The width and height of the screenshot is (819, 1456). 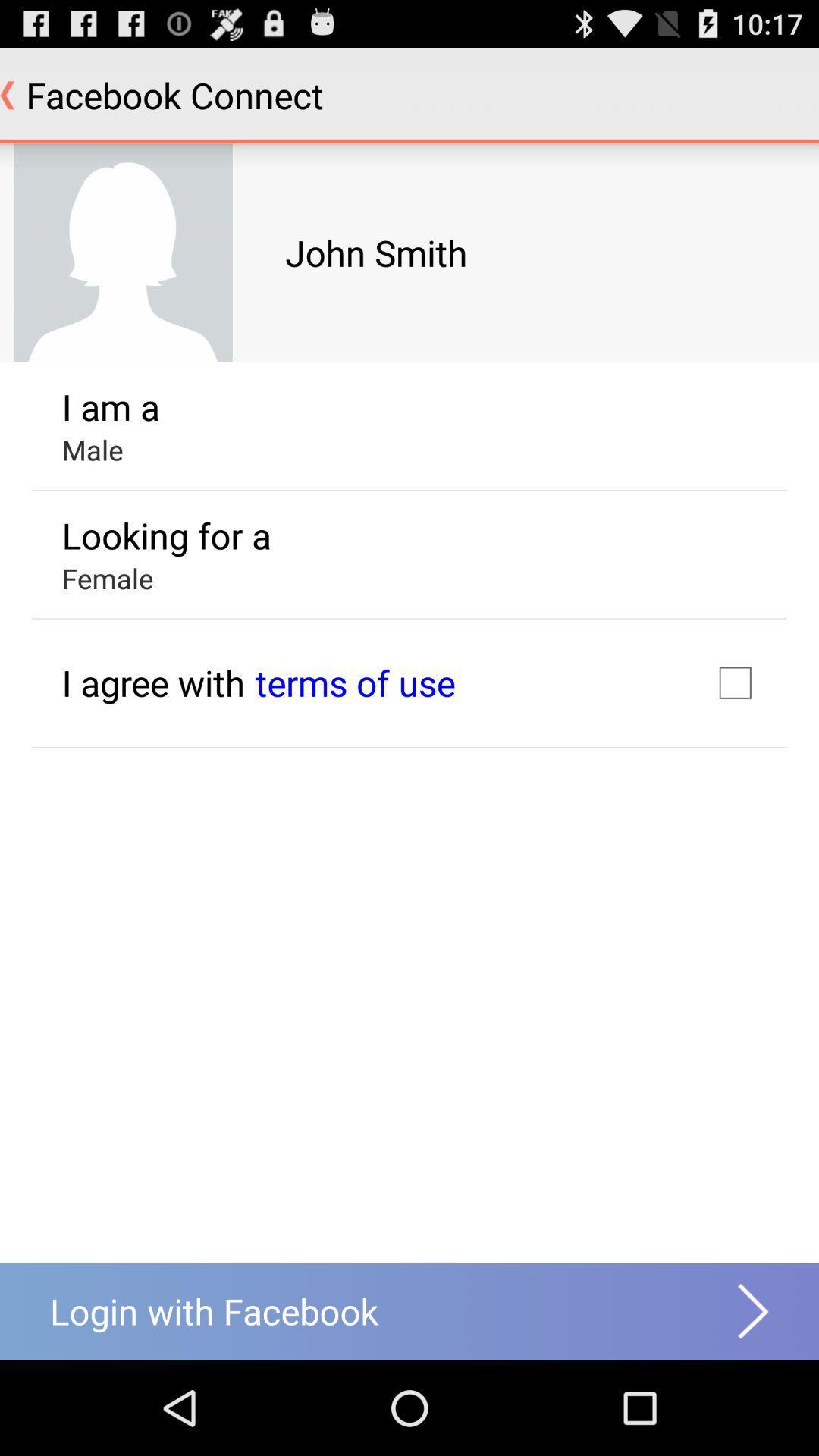 I want to click on item below the female app, so click(x=153, y=682).